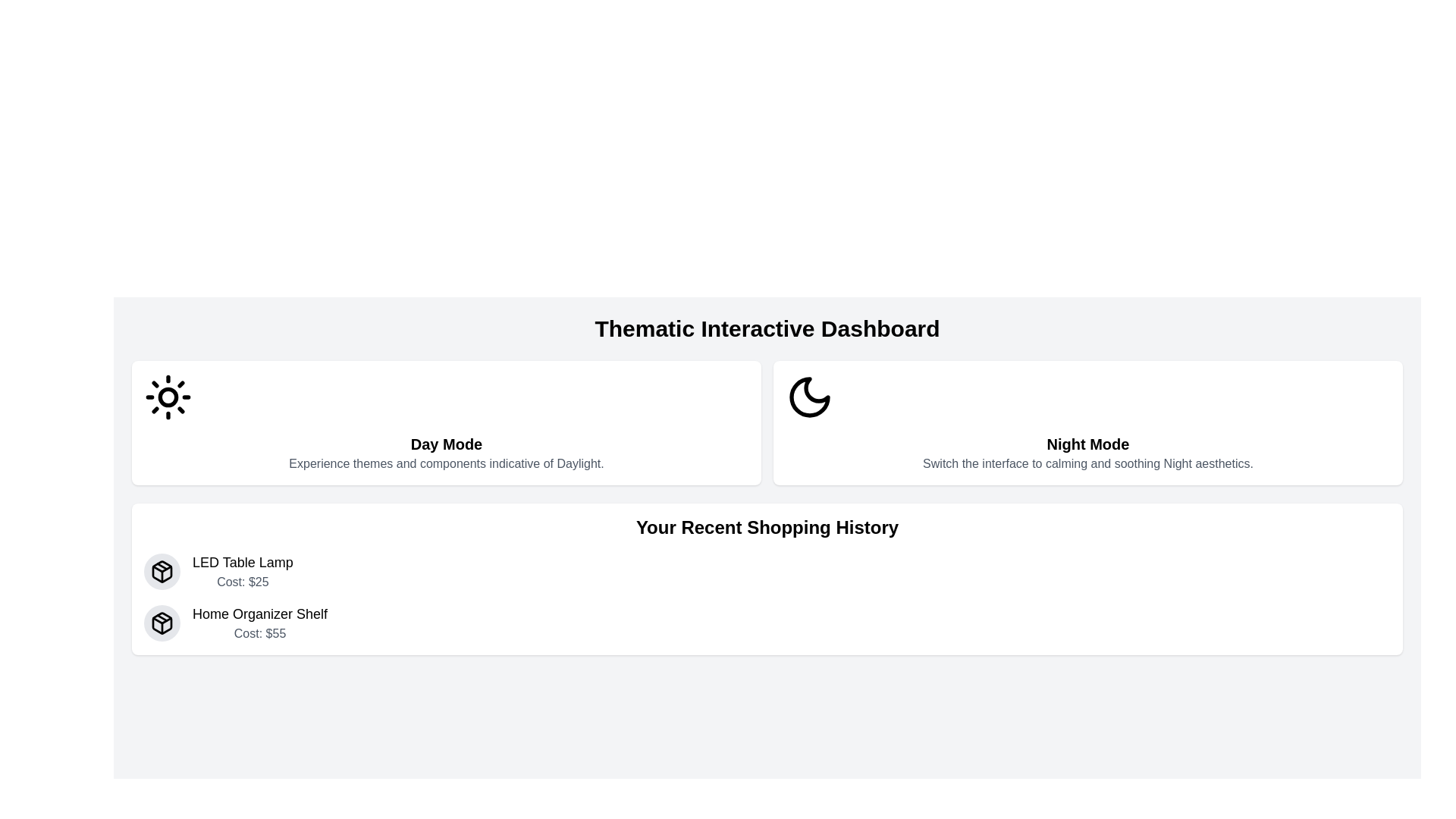 Image resolution: width=1456 pixels, height=819 pixels. What do you see at coordinates (168, 397) in the screenshot?
I see `the Decorative Icon Element, which is a circular sun-like icon located in the left panel of the top section of the interface titled 'Day Mode'` at bounding box center [168, 397].